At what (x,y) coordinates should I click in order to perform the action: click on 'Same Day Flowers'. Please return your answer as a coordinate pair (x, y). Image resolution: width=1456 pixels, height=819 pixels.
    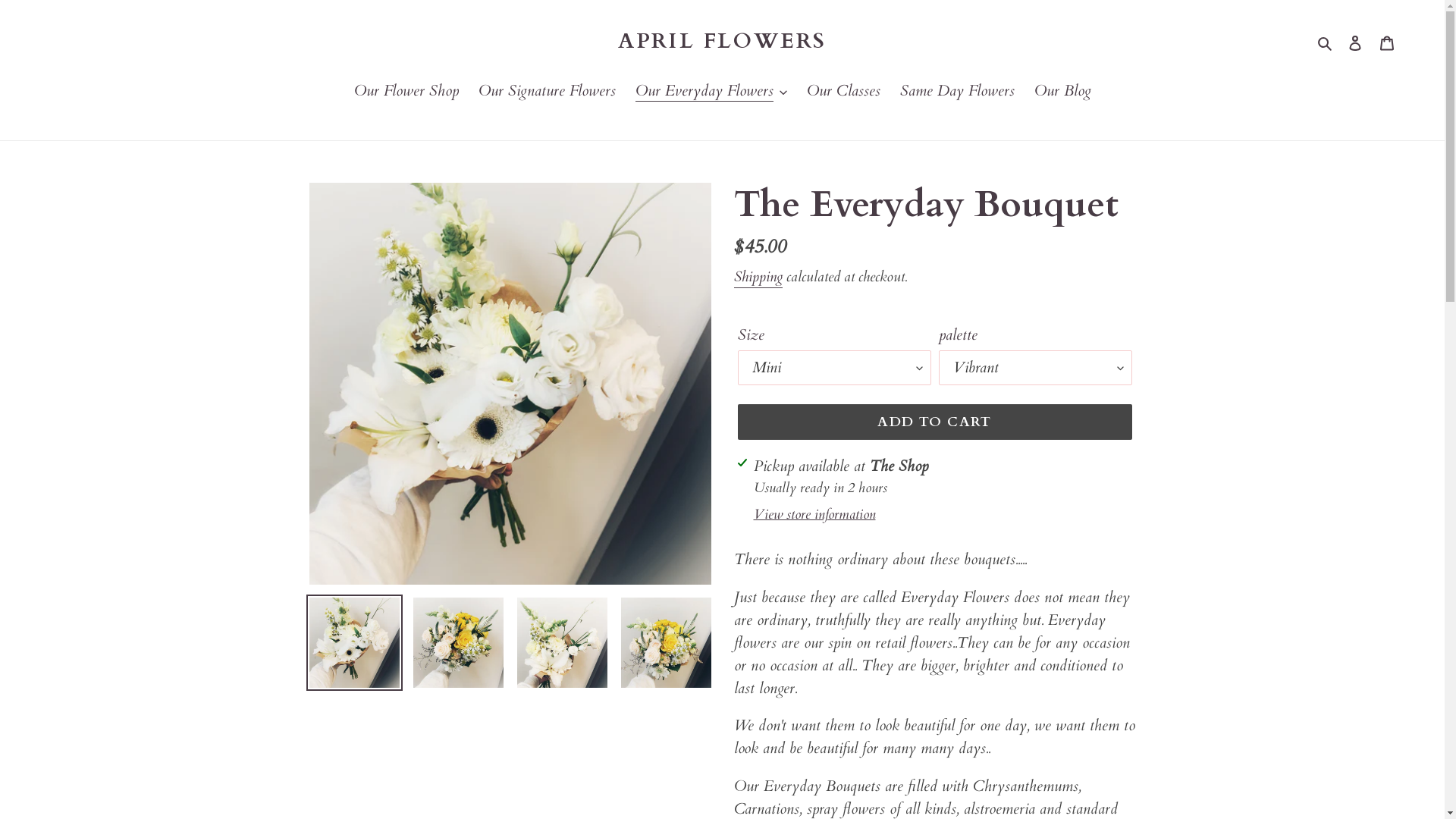
    Looking at the image, I should click on (892, 92).